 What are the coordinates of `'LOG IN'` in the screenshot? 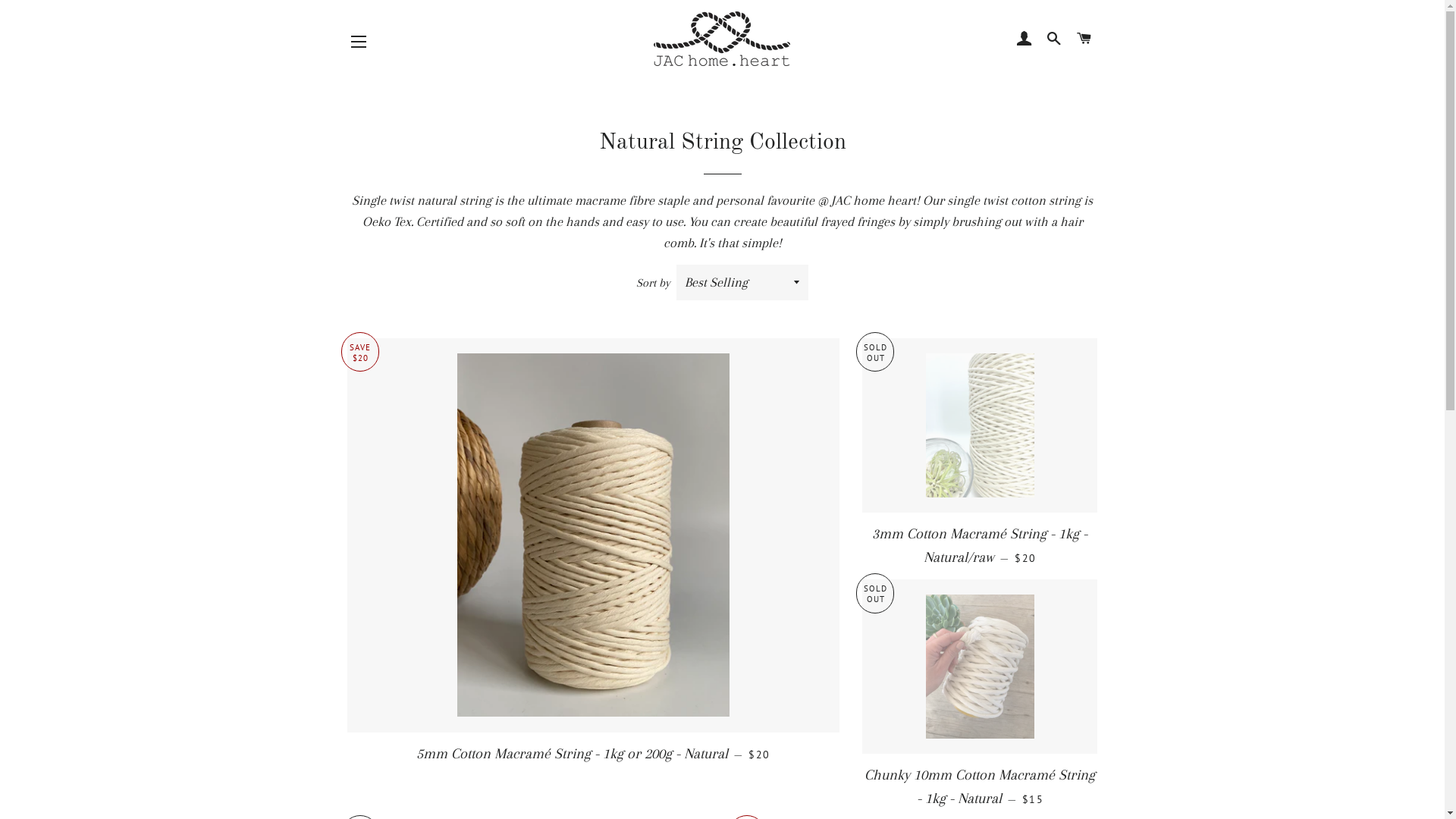 It's located at (1024, 37).